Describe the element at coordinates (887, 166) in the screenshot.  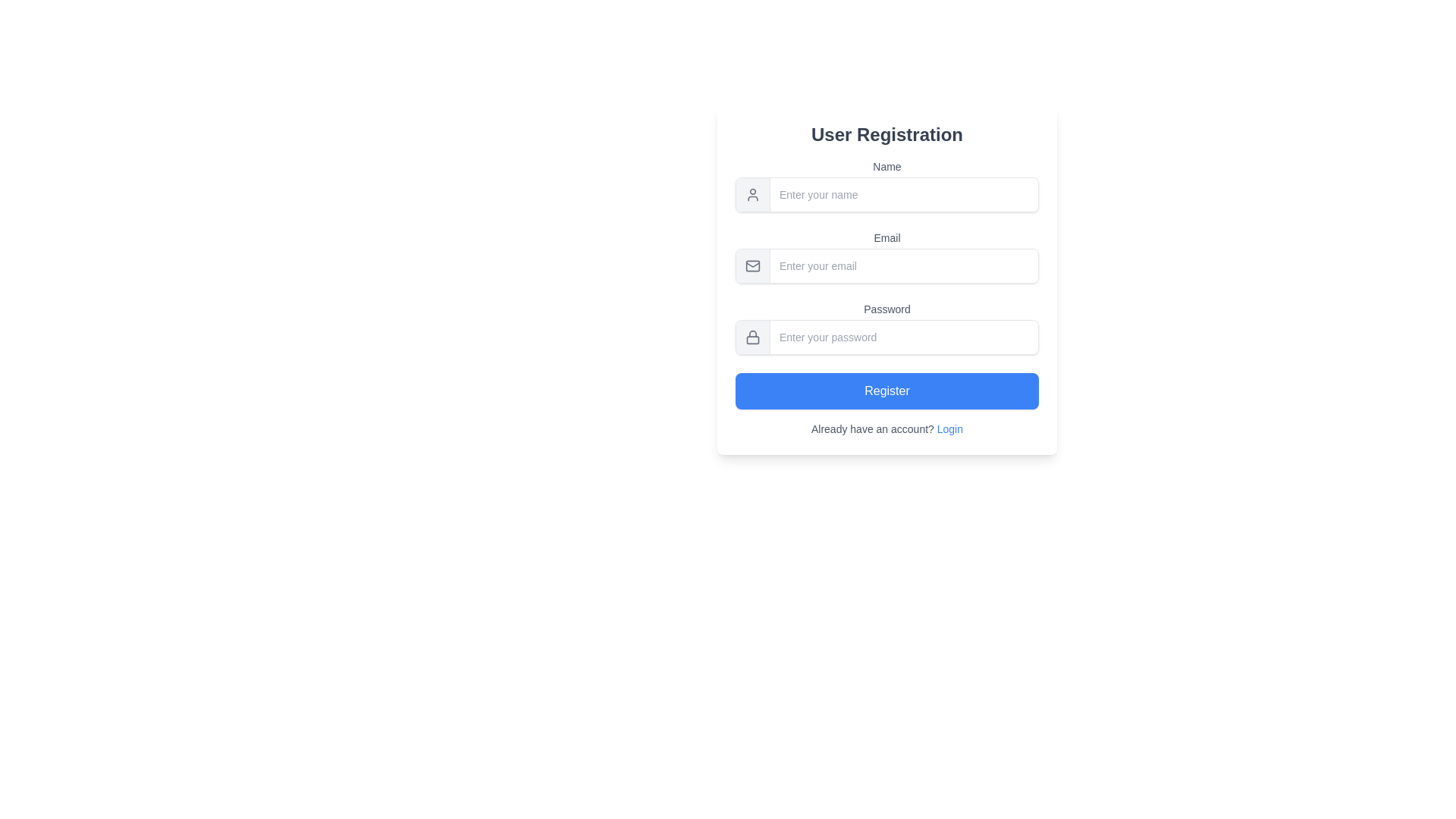
I see `the text label 'Name' which is positioned above the name input field in the form, and is the first label visible near the top left` at that location.